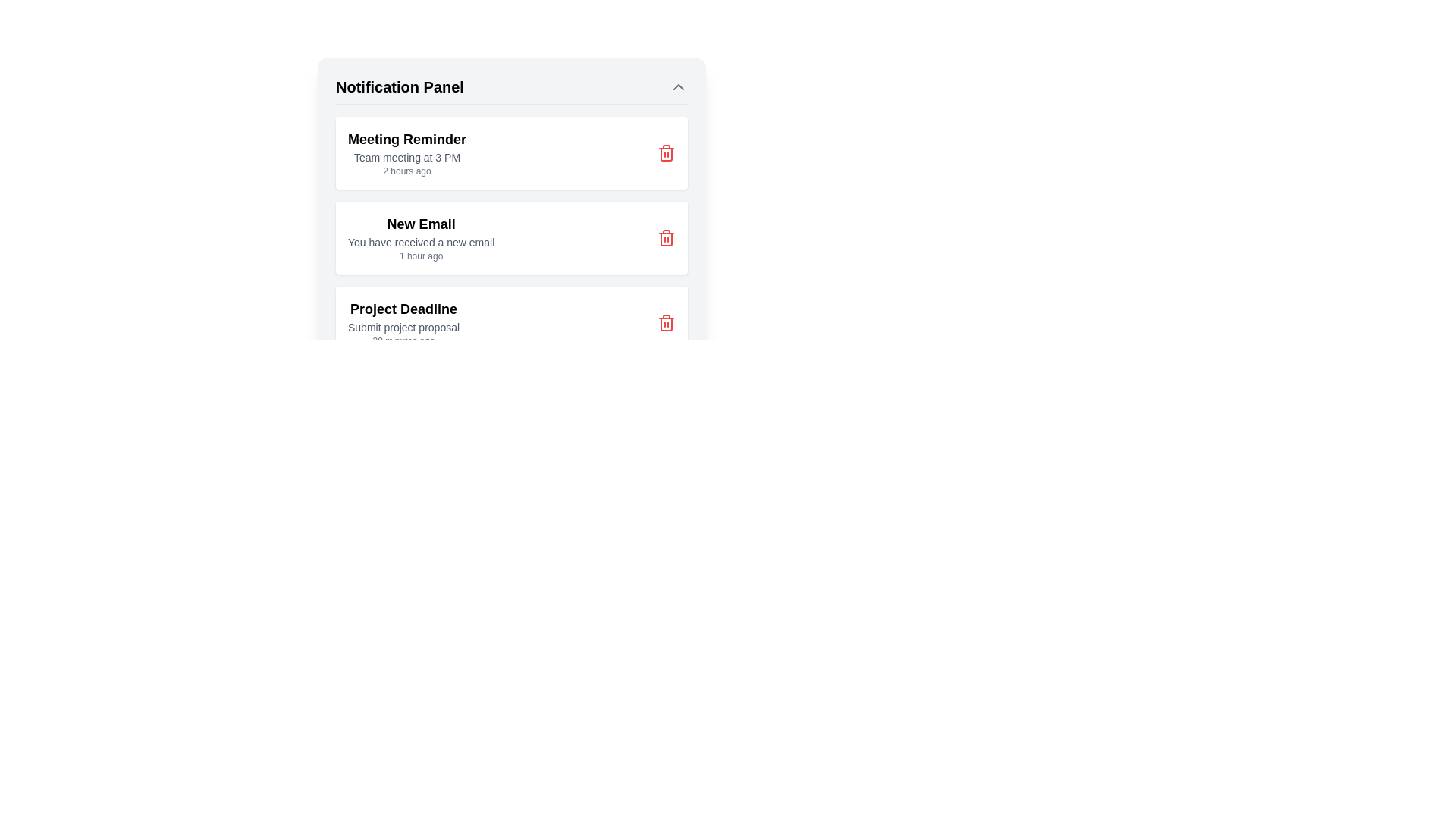  I want to click on the light-gray text label reading '1 hour ago' located within the 'New Email' notification card, below the description 'You have received a new email', so click(421, 256).